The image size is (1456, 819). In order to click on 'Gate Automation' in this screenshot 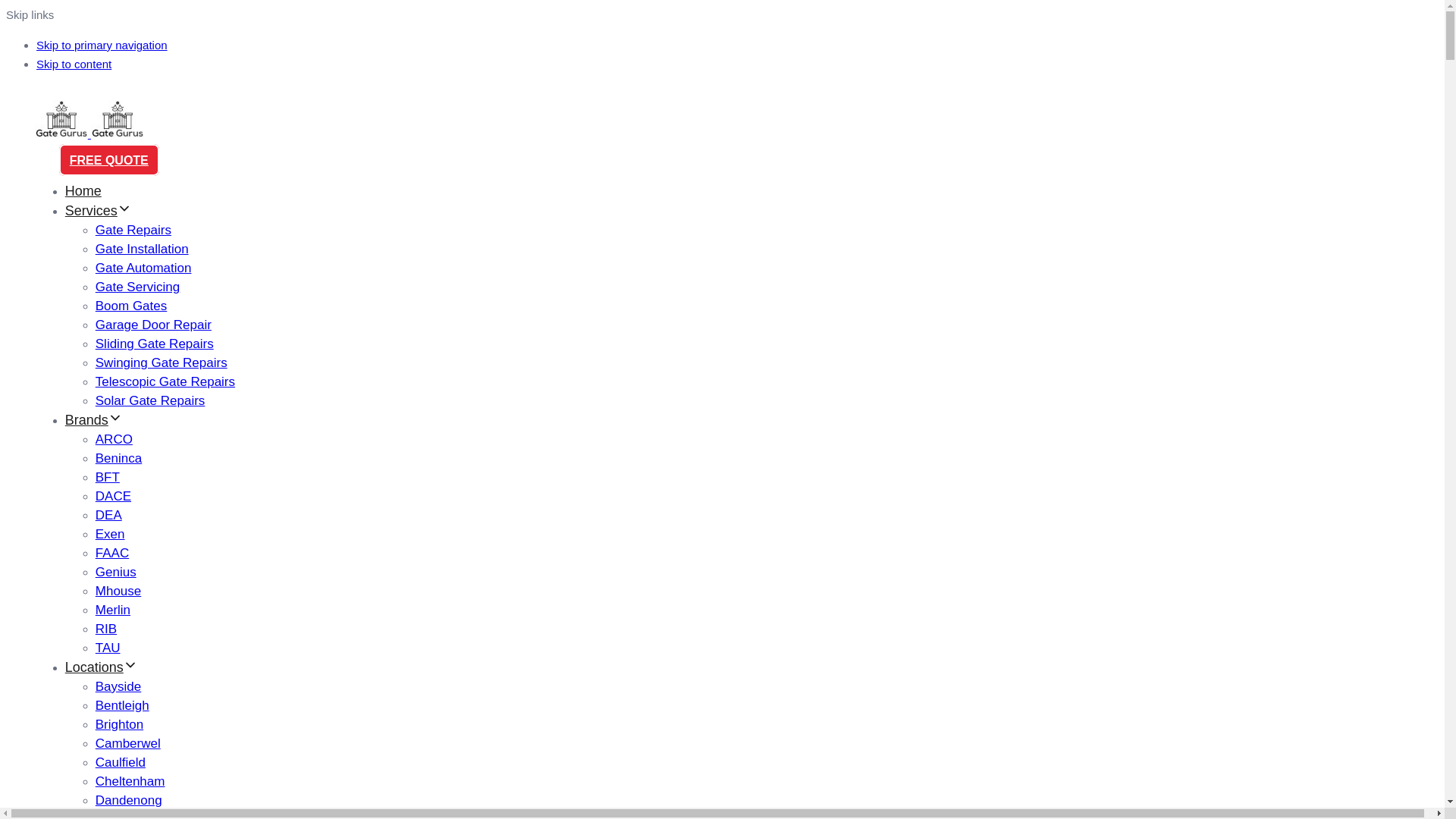, I will do `click(143, 267)`.